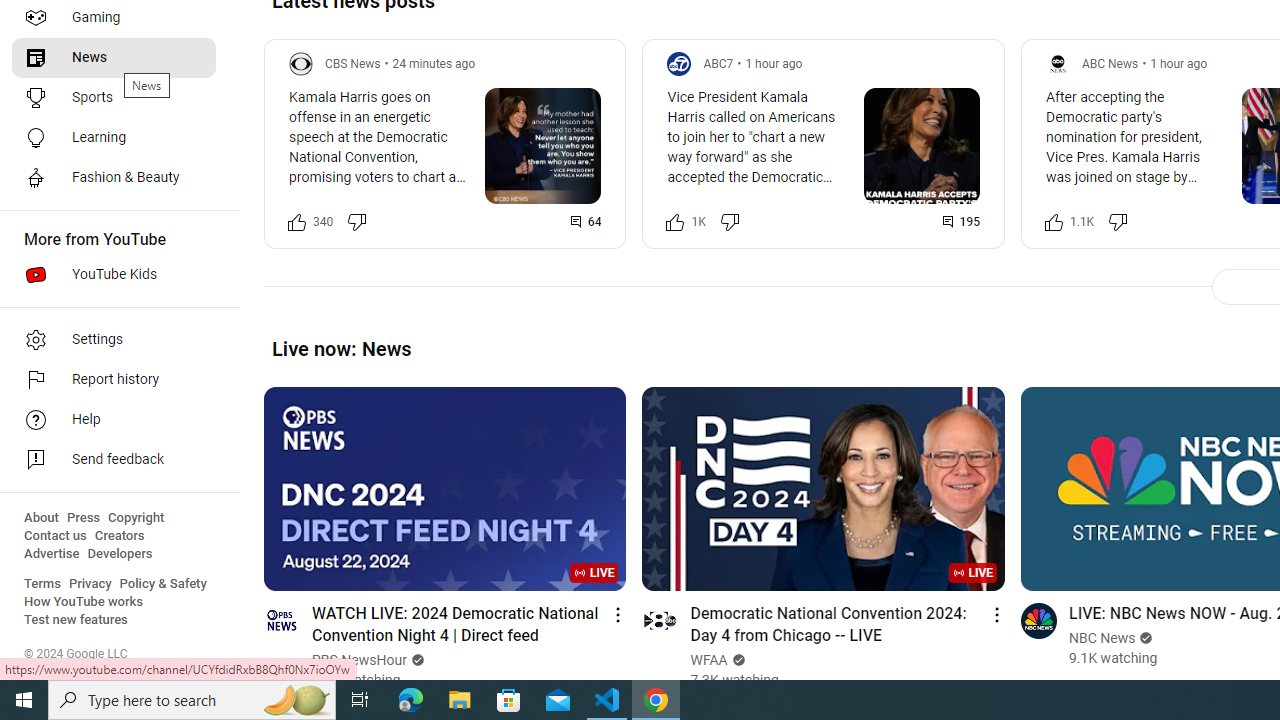  Describe the element at coordinates (55, 535) in the screenshot. I see `'Contact us'` at that location.